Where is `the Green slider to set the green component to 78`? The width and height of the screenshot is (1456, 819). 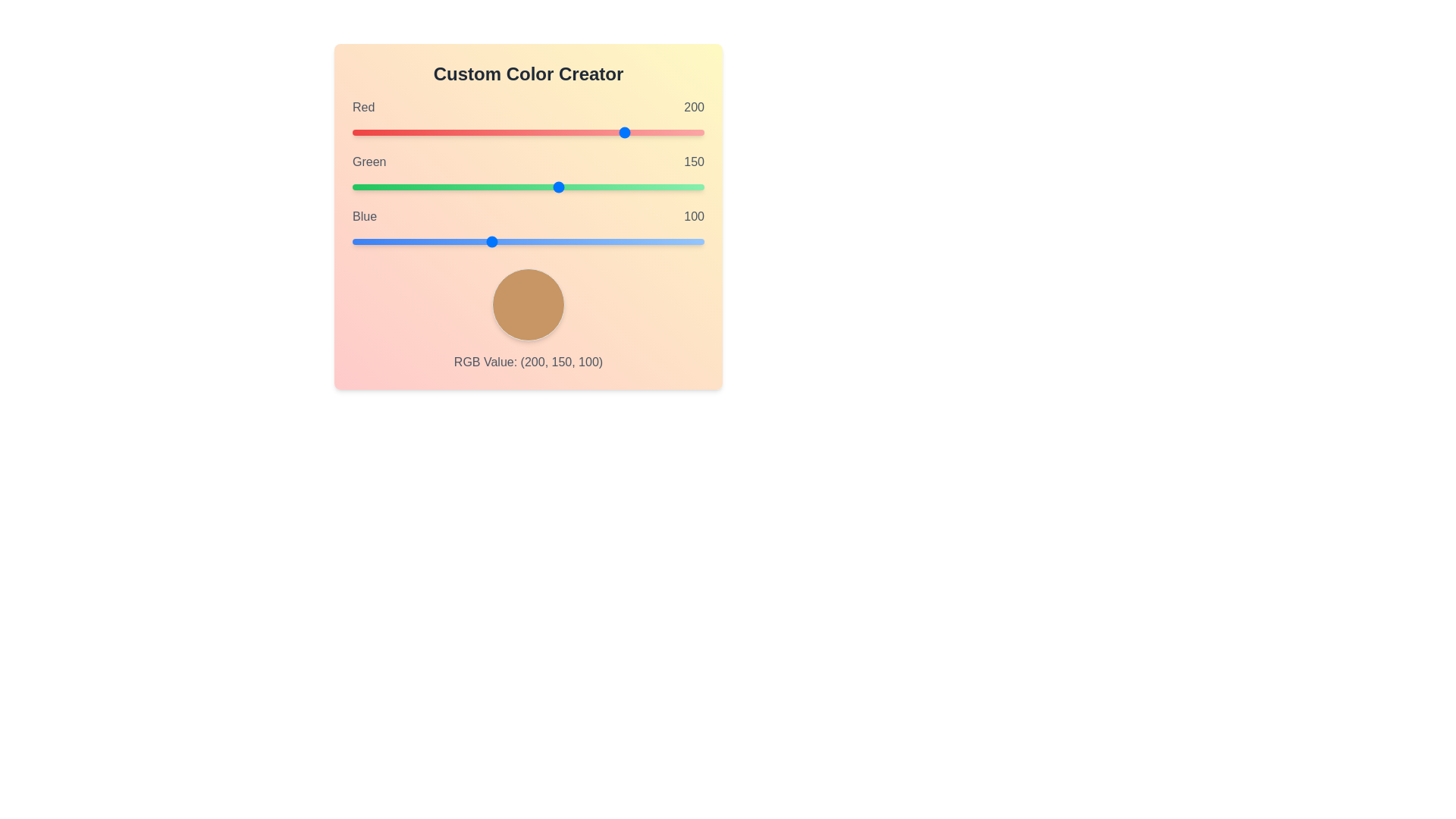 the Green slider to set the green component to 78 is located at coordinates (459, 186).